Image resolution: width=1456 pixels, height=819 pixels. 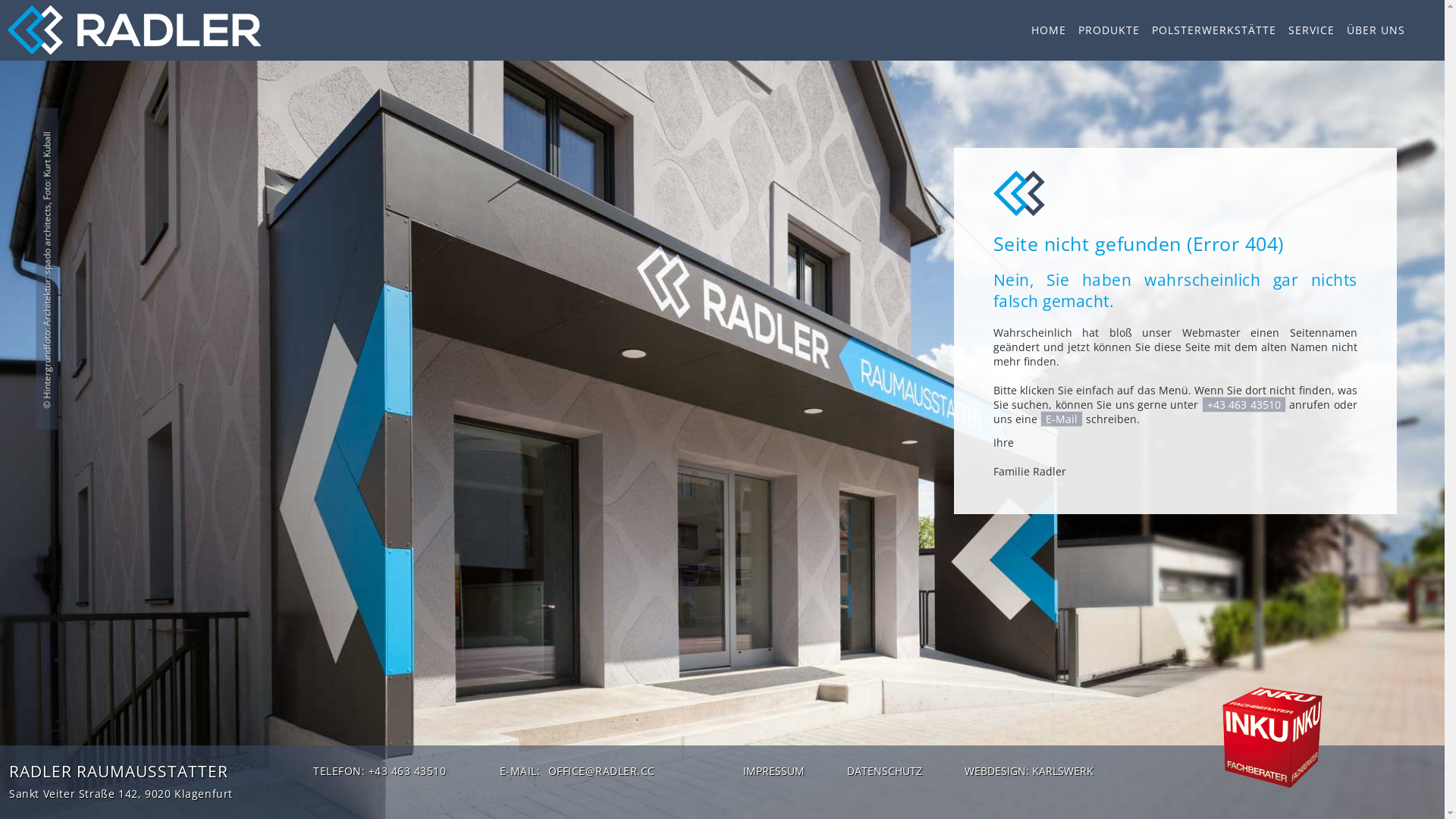 I want to click on 'IMPRESSUM', so click(x=739, y=771).